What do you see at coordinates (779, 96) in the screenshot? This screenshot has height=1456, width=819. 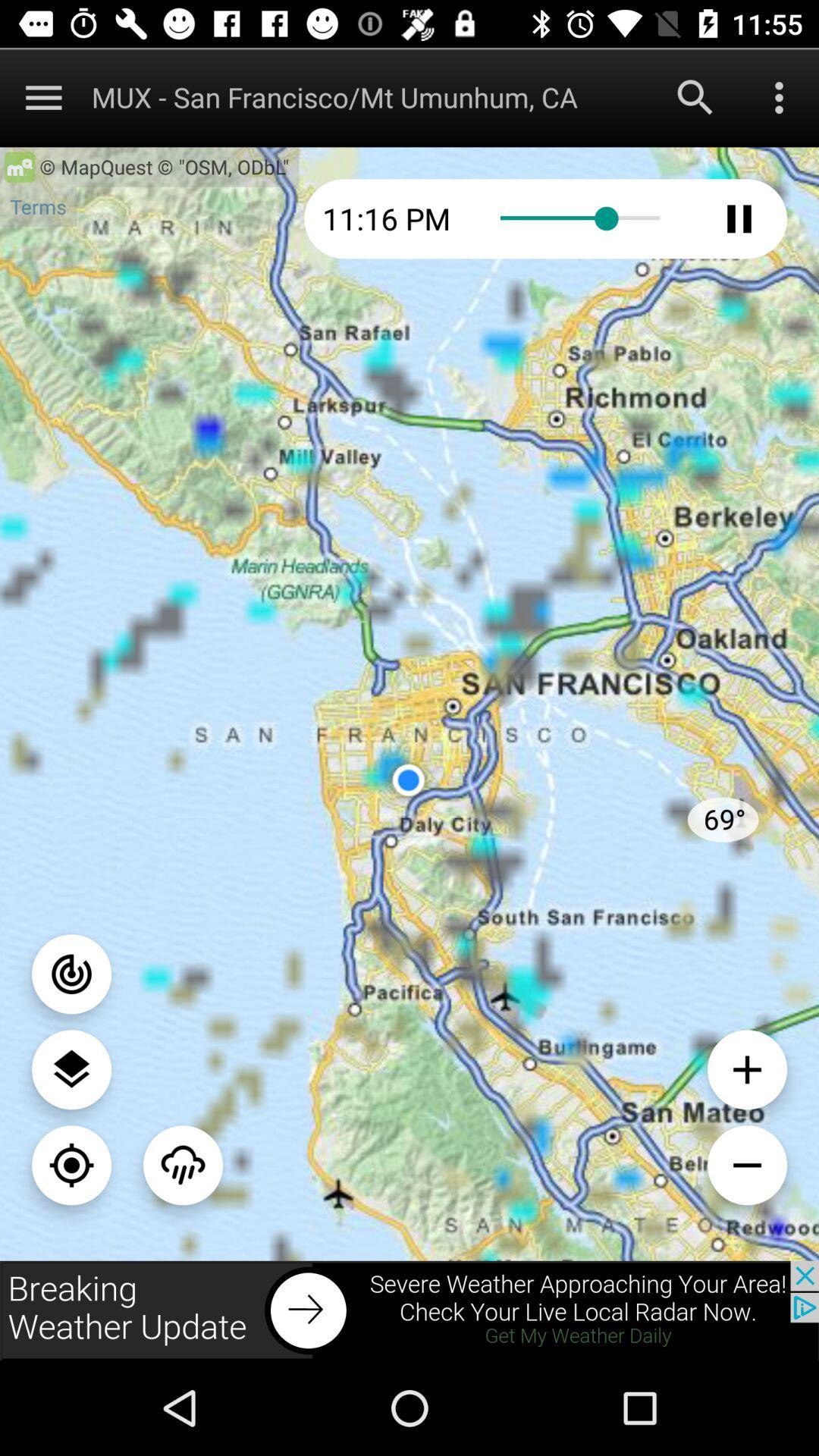 I see `the more icon` at bounding box center [779, 96].